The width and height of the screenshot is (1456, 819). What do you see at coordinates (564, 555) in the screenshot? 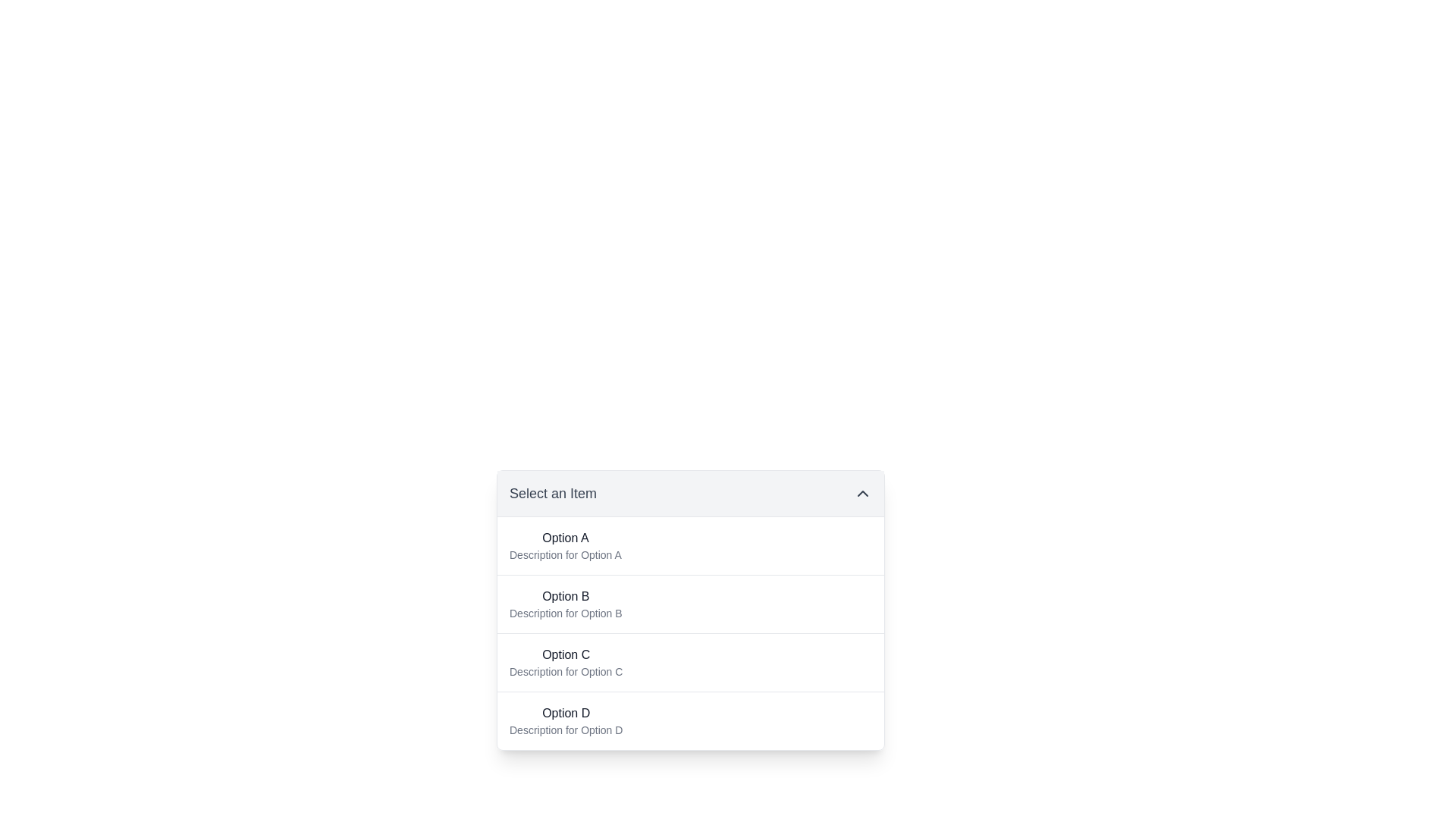
I see `the descriptive text label for 'Option A' located directly below the text 'Option A' in the dropdown menu under the title 'Select an Item'` at bounding box center [564, 555].